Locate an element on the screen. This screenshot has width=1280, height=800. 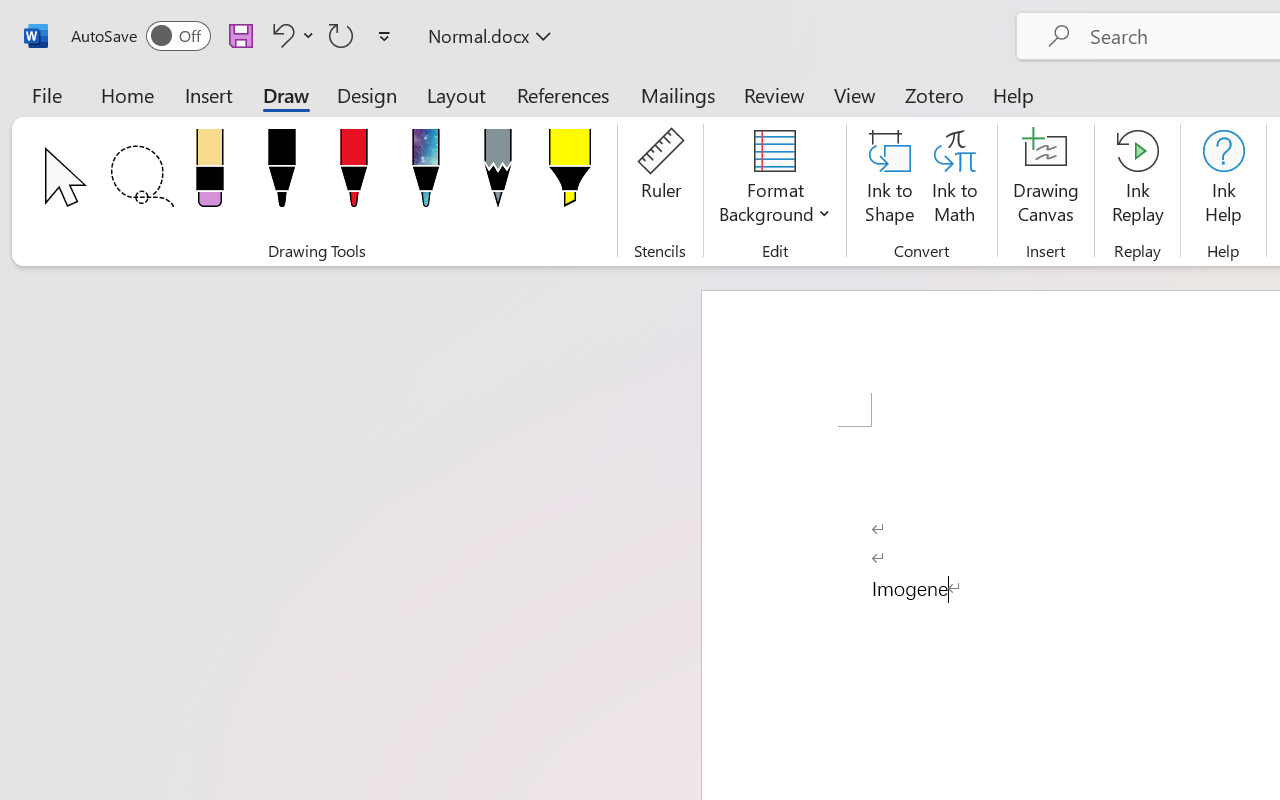
'Ink Replay' is located at coordinates (1137, 179).